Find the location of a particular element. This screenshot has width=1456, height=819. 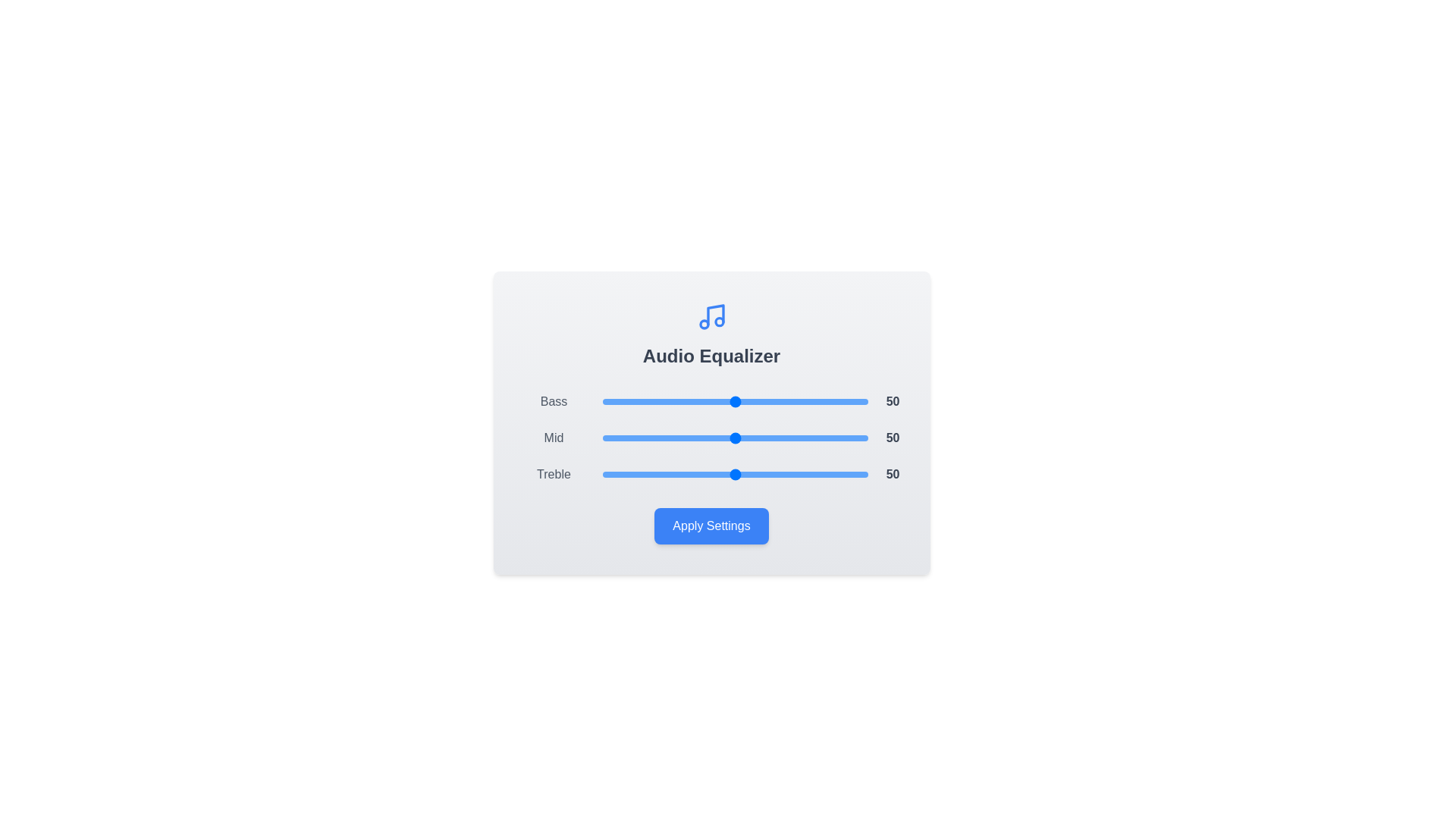

the Treble slider to 24 is located at coordinates (666, 473).